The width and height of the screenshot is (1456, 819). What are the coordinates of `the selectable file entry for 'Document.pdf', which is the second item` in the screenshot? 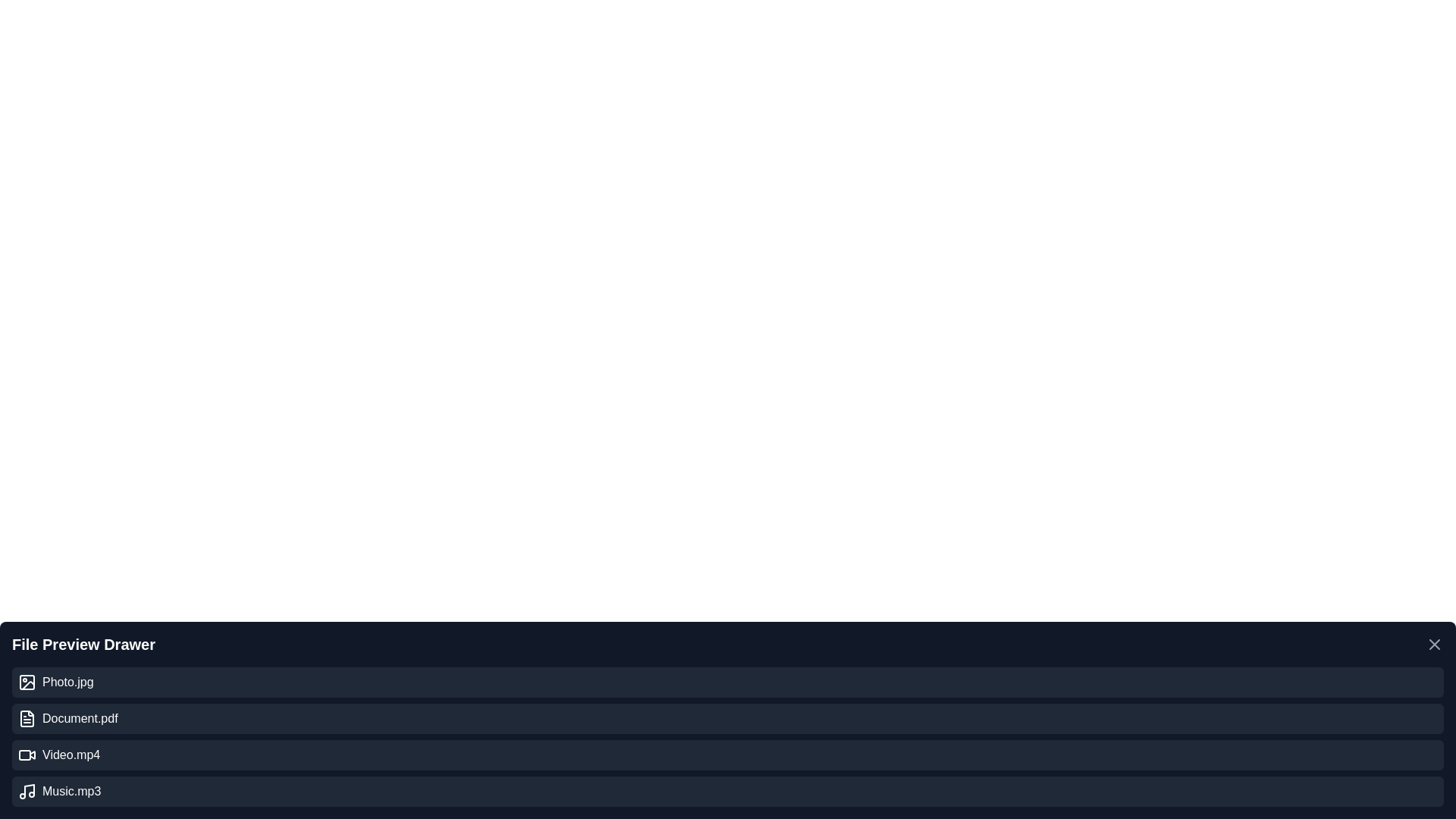 It's located at (728, 718).